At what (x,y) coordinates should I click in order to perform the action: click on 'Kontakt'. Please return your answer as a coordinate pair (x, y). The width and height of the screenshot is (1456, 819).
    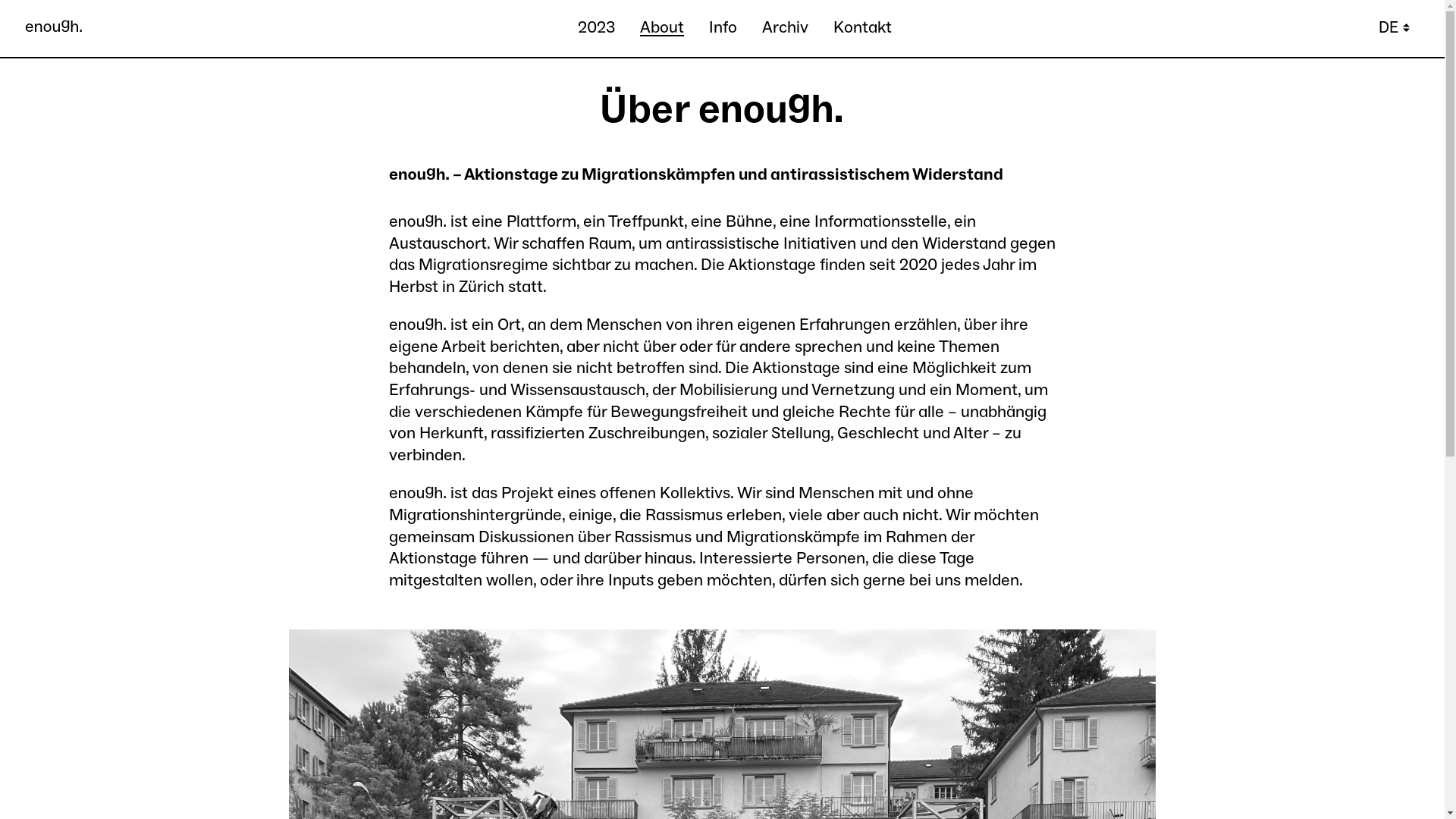
    Looking at the image, I should click on (862, 28).